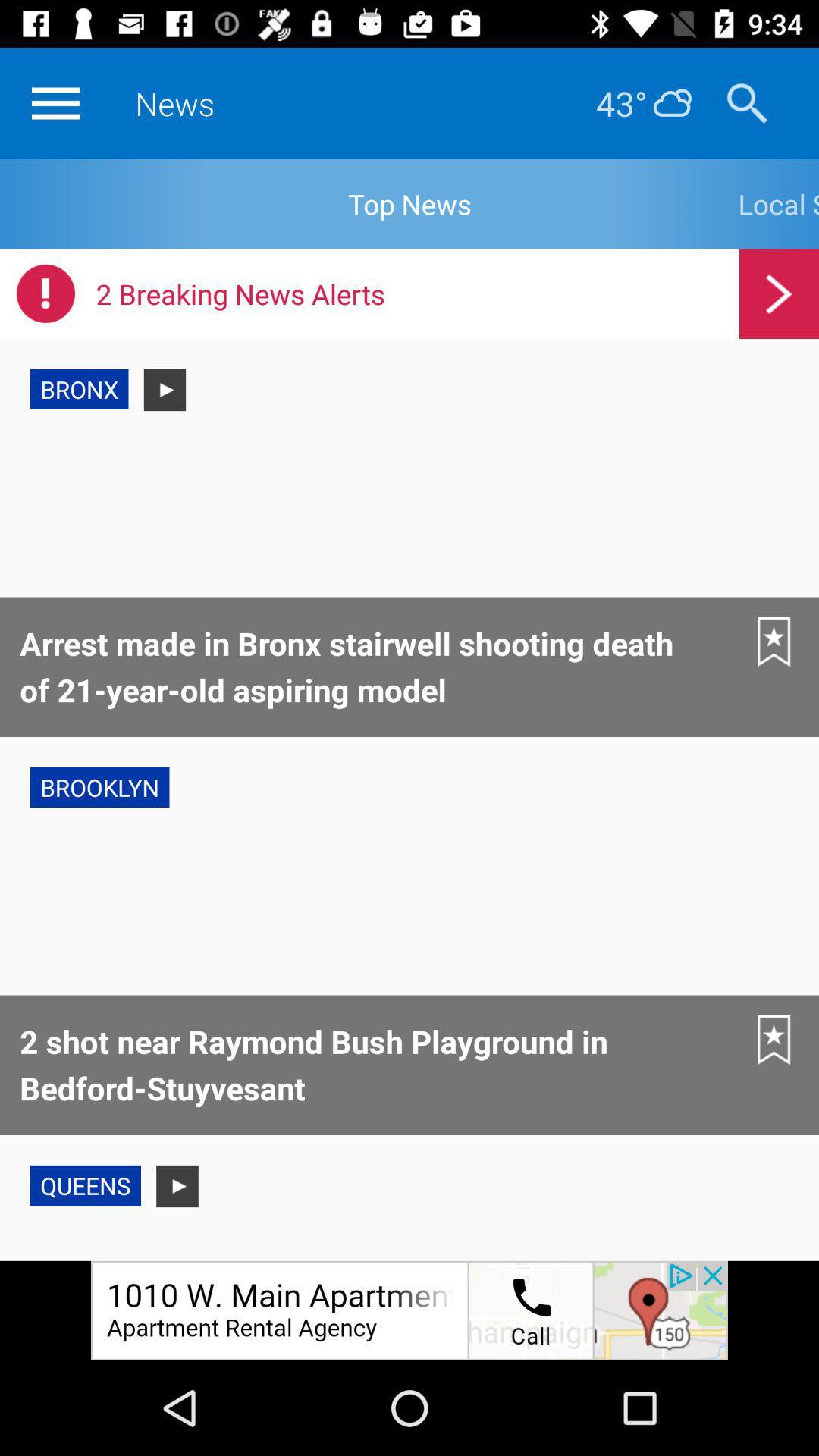 The width and height of the screenshot is (819, 1456). Describe the element at coordinates (779, 293) in the screenshot. I see `next page icon` at that location.